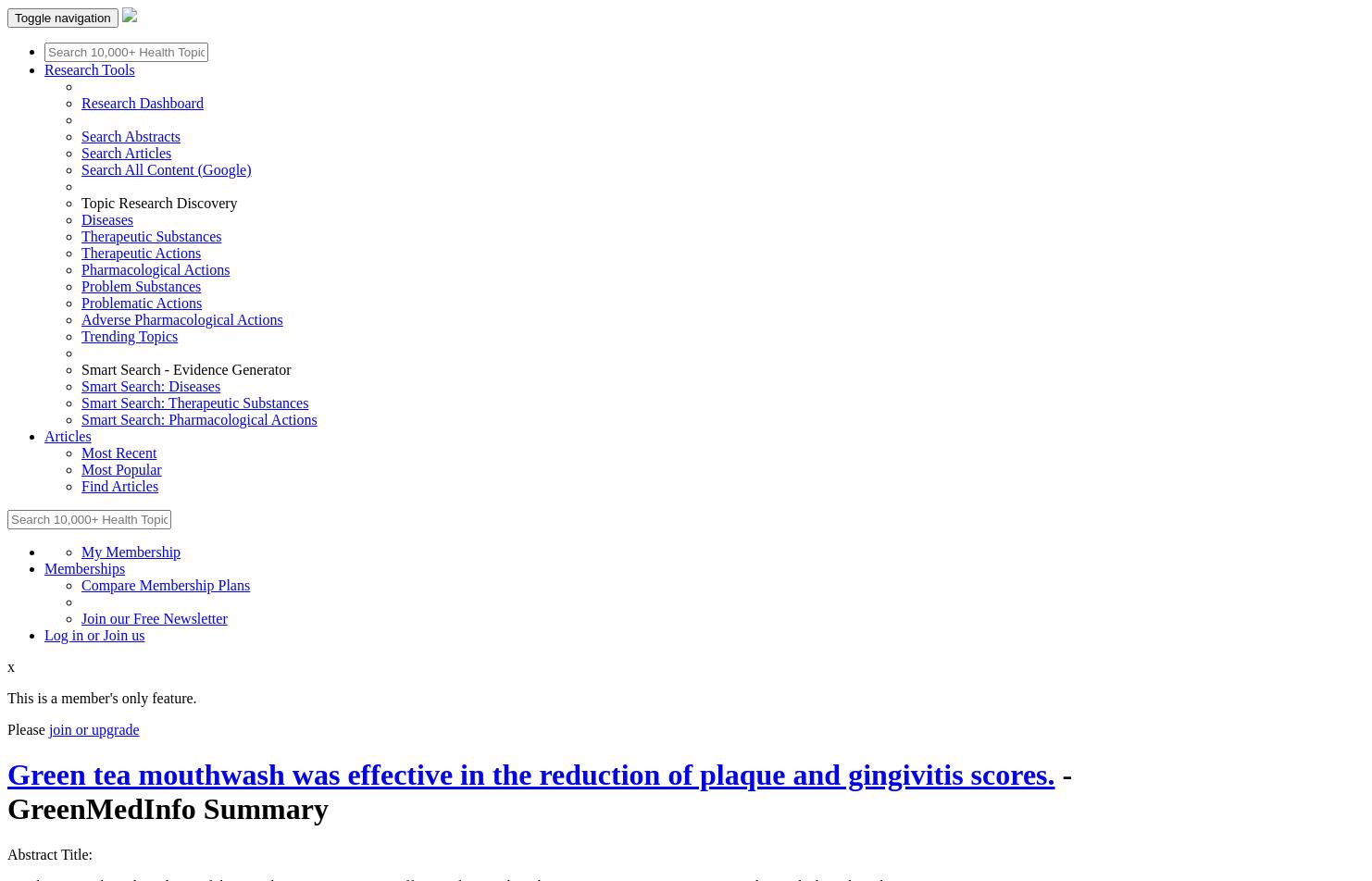 This screenshot has height=881, width=1372. Describe the element at coordinates (166, 585) in the screenshot. I see `'Compare Membership Plans'` at that location.